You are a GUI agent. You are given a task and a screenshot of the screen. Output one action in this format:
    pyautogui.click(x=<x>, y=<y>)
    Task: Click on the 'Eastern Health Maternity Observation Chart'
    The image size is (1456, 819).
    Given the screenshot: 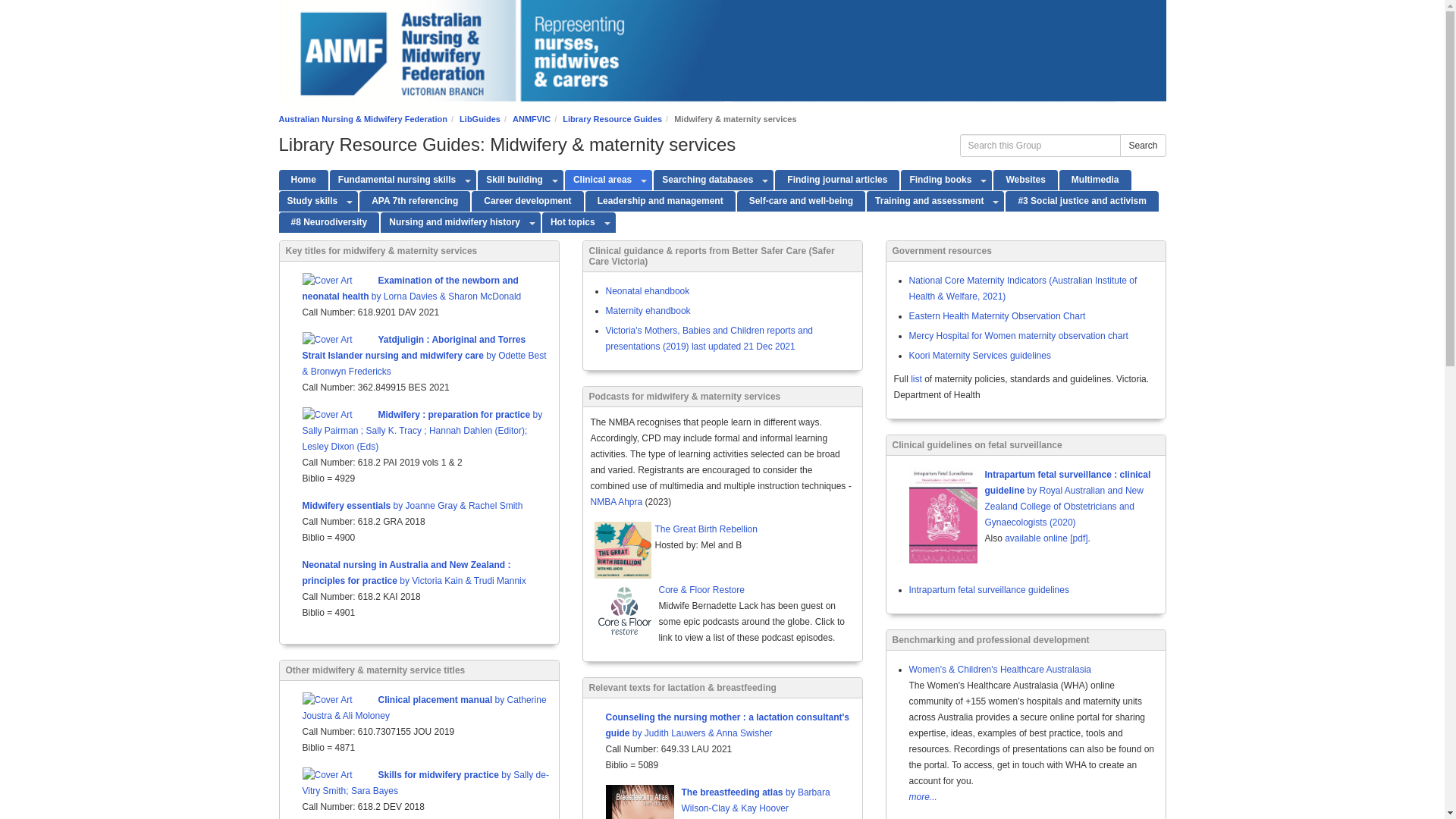 What is the action you would take?
    pyautogui.click(x=996, y=315)
    